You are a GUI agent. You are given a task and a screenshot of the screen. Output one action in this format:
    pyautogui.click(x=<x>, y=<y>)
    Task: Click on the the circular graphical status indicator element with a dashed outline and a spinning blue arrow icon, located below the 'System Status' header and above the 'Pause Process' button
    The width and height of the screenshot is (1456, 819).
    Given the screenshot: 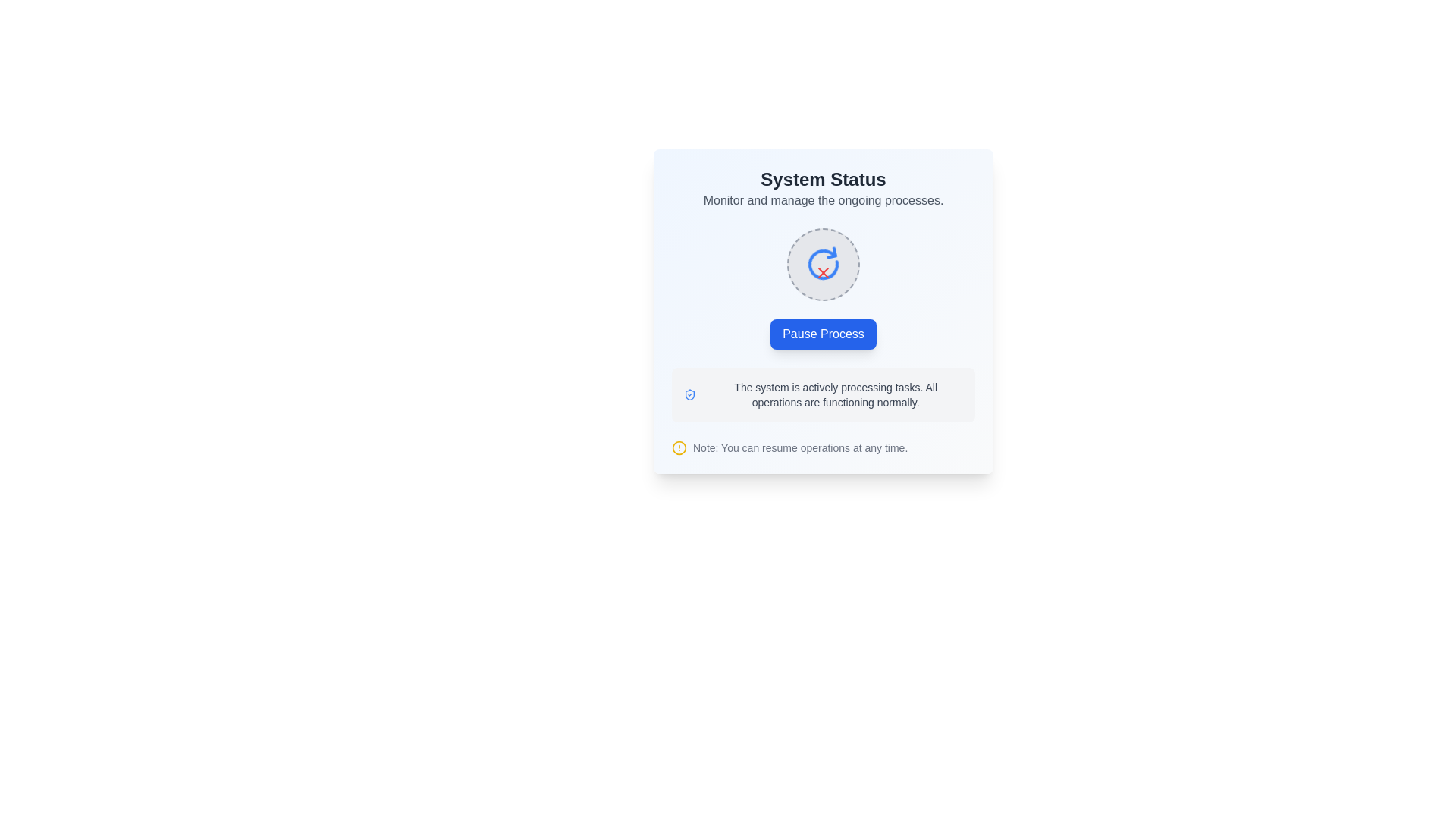 What is the action you would take?
    pyautogui.click(x=822, y=263)
    